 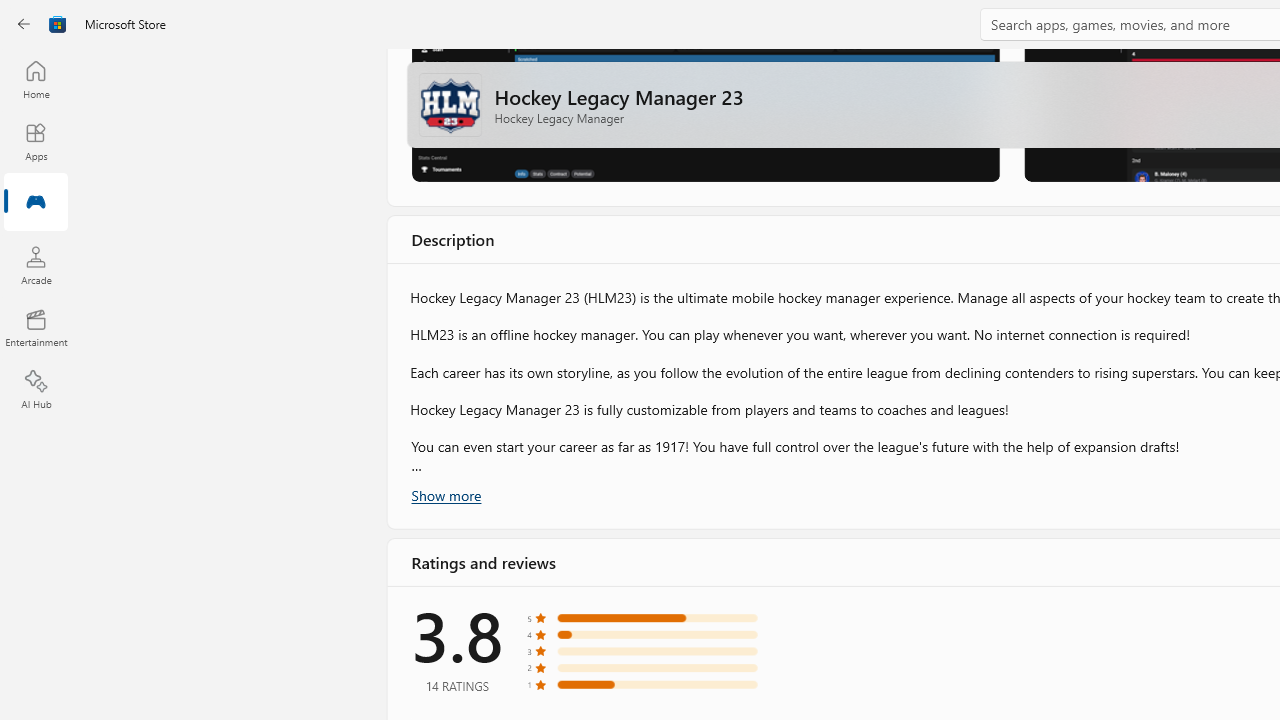 What do you see at coordinates (58, 24) in the screenshot?
I see `'Class: Image'` at bounding box center [58, 24].